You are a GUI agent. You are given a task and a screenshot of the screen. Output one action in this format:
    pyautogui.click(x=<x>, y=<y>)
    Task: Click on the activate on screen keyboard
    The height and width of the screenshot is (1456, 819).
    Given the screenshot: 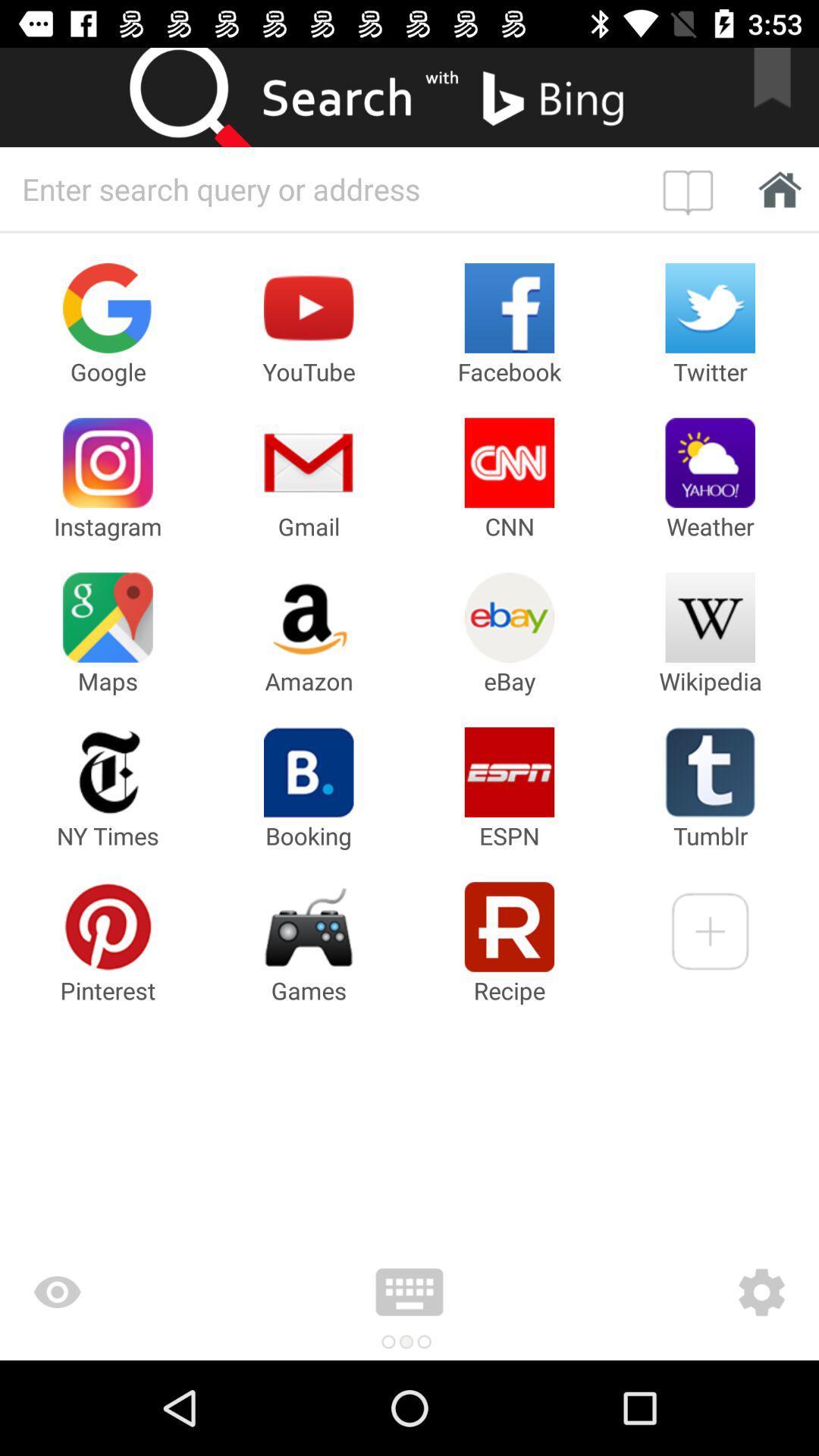 What is the action you would take?
    pyautogui.click(x=409, y=1291)
    